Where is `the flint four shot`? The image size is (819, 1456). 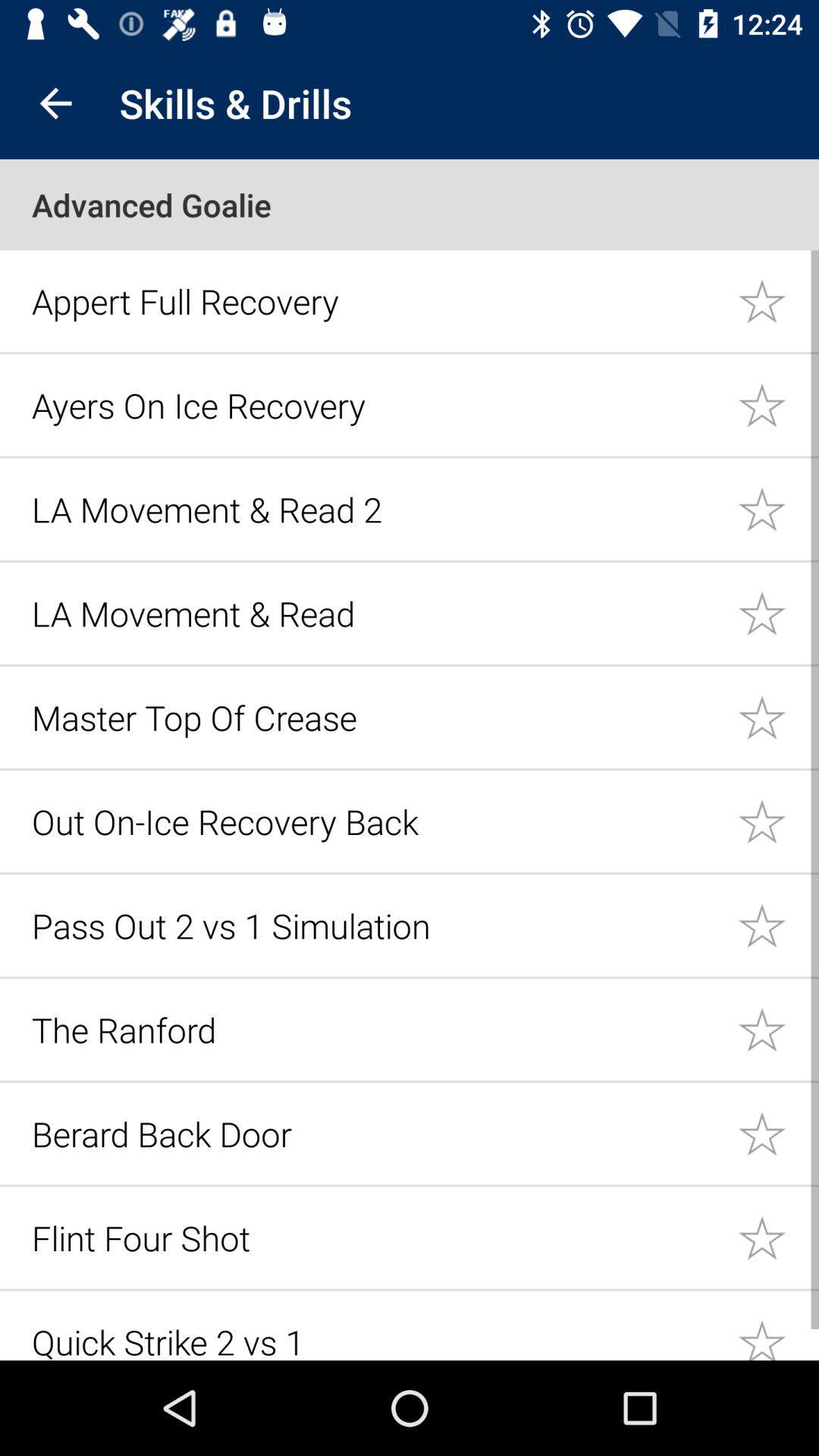
the flint four shot is located at coordinates (375, 1238).